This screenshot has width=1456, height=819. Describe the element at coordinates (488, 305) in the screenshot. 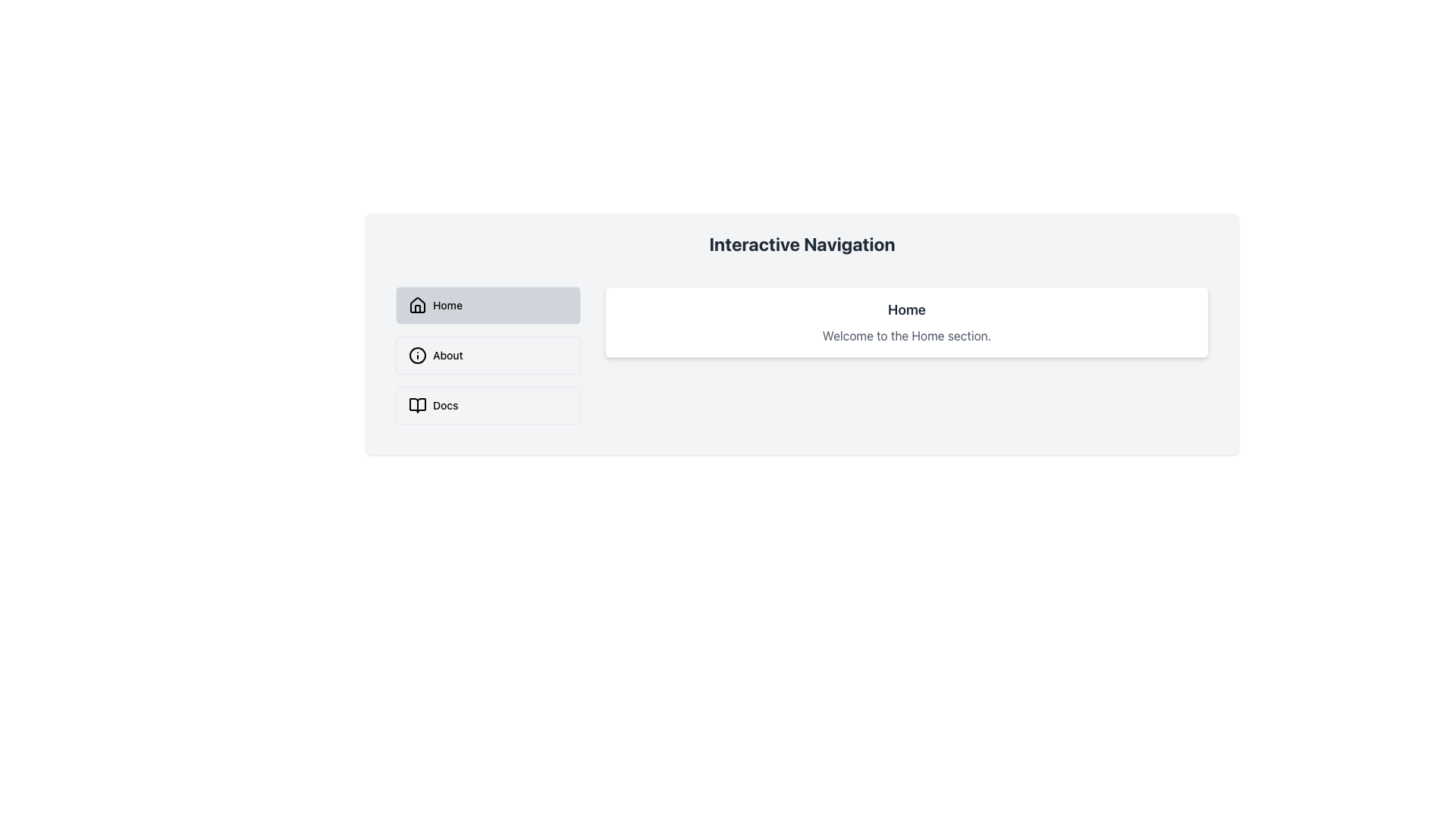

I see `the 'Home' navigation button, which is the first item in a vertical group of navigation buttons located in the left section of the interface` at that location.